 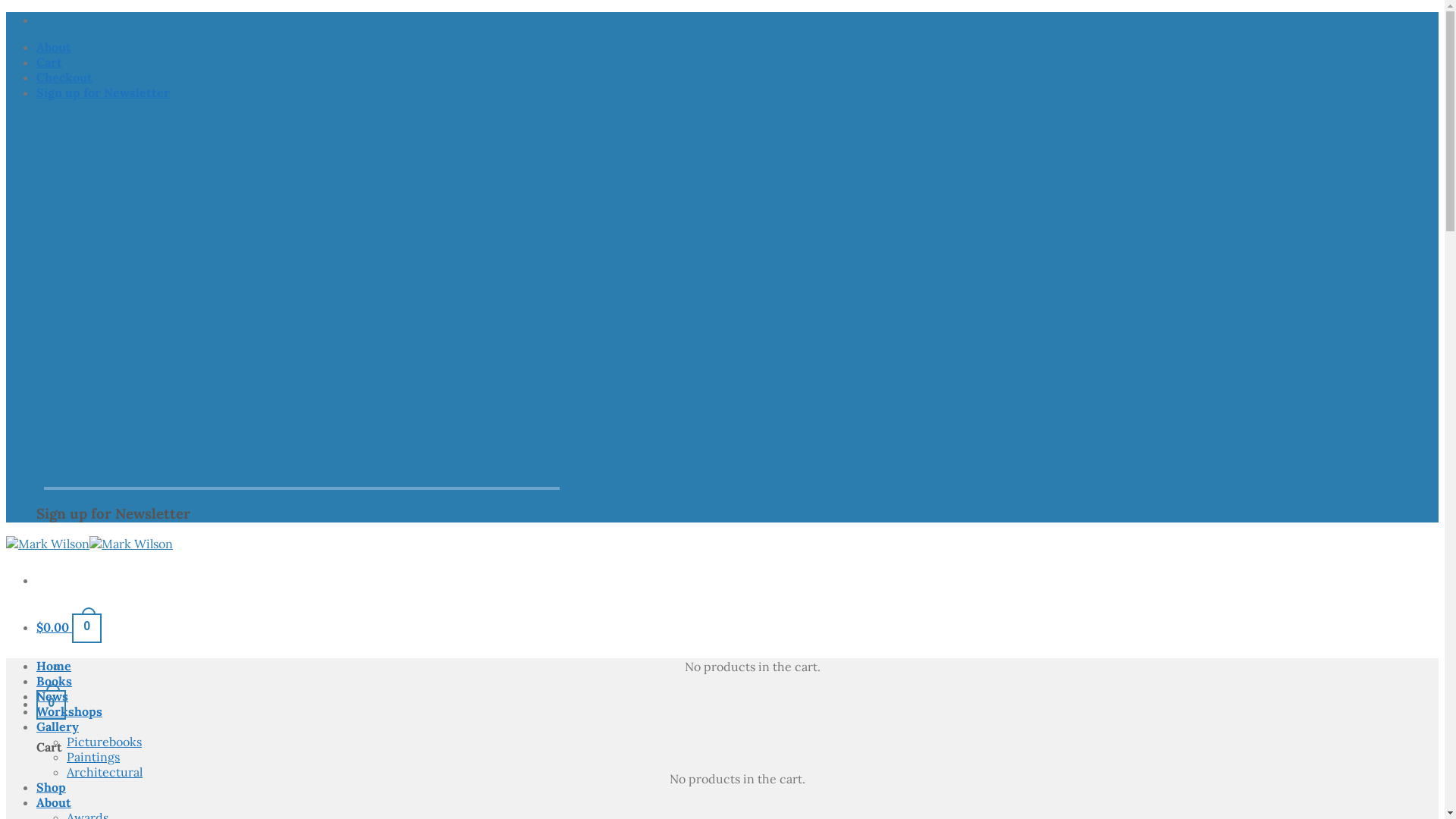 I want to click on 'Books', so click(x=54, y=680).